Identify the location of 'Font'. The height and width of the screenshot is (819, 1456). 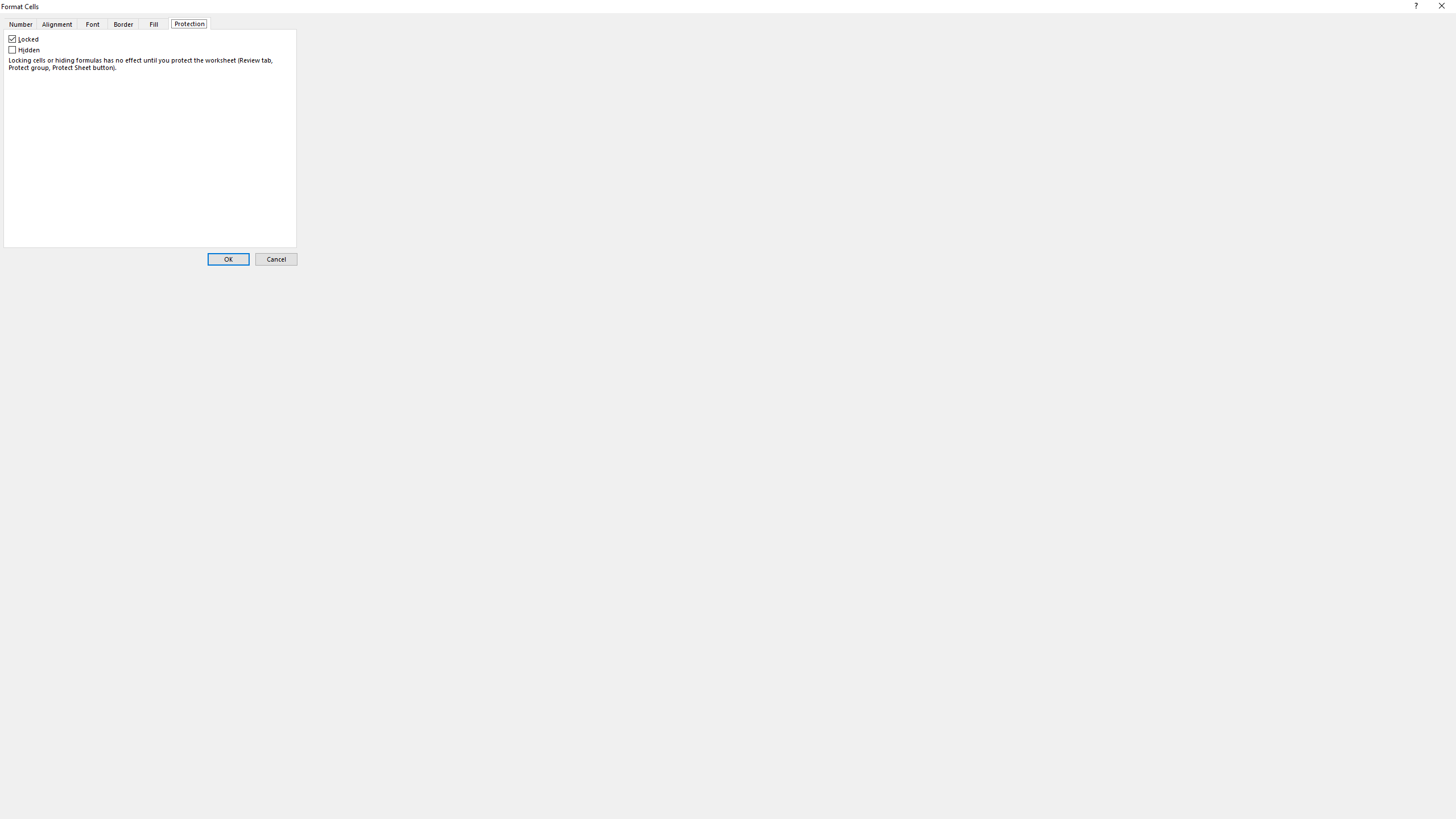
(92, 23).